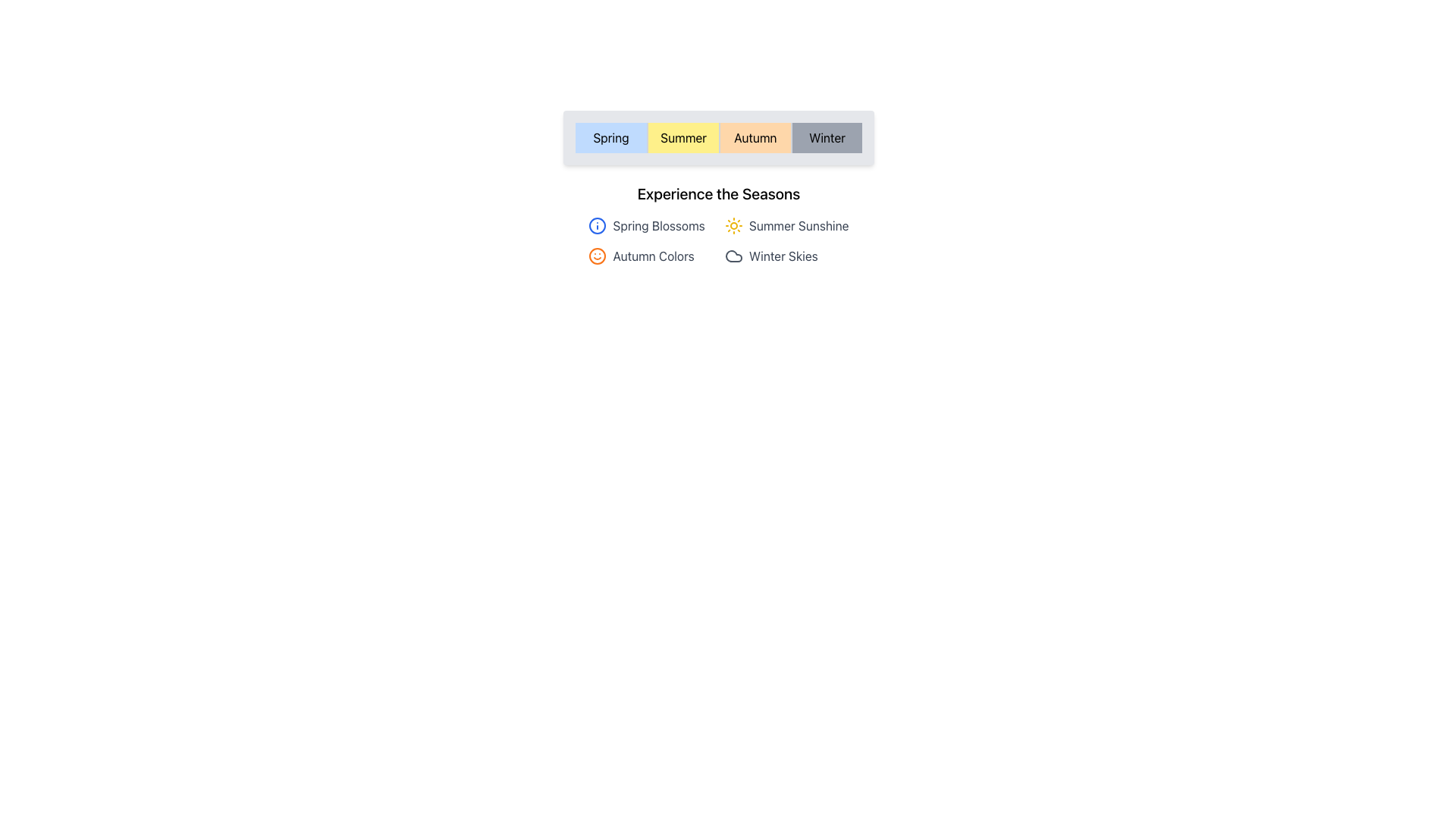 This screenshot has height=819, width=1456. Describe the element at coordinates (597, 256) in the screenshot. I see `the SVG Circle Element representing the smiling face icon associated with the Autumn Colors label, located in the lower left portion of the Experience section` at that location.